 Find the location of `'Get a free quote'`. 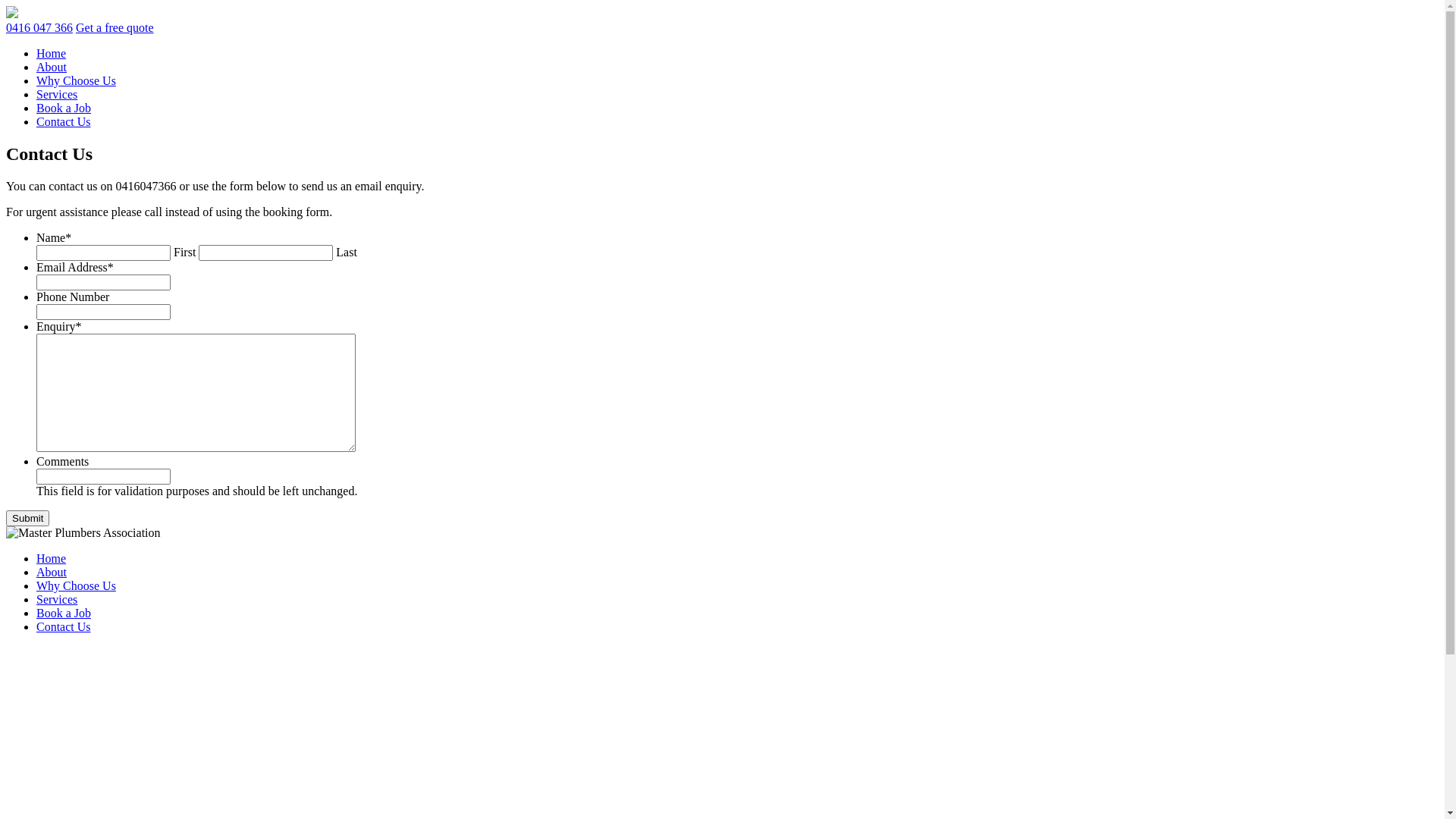

'Get a free quote' is located at coordinates (114, 27).